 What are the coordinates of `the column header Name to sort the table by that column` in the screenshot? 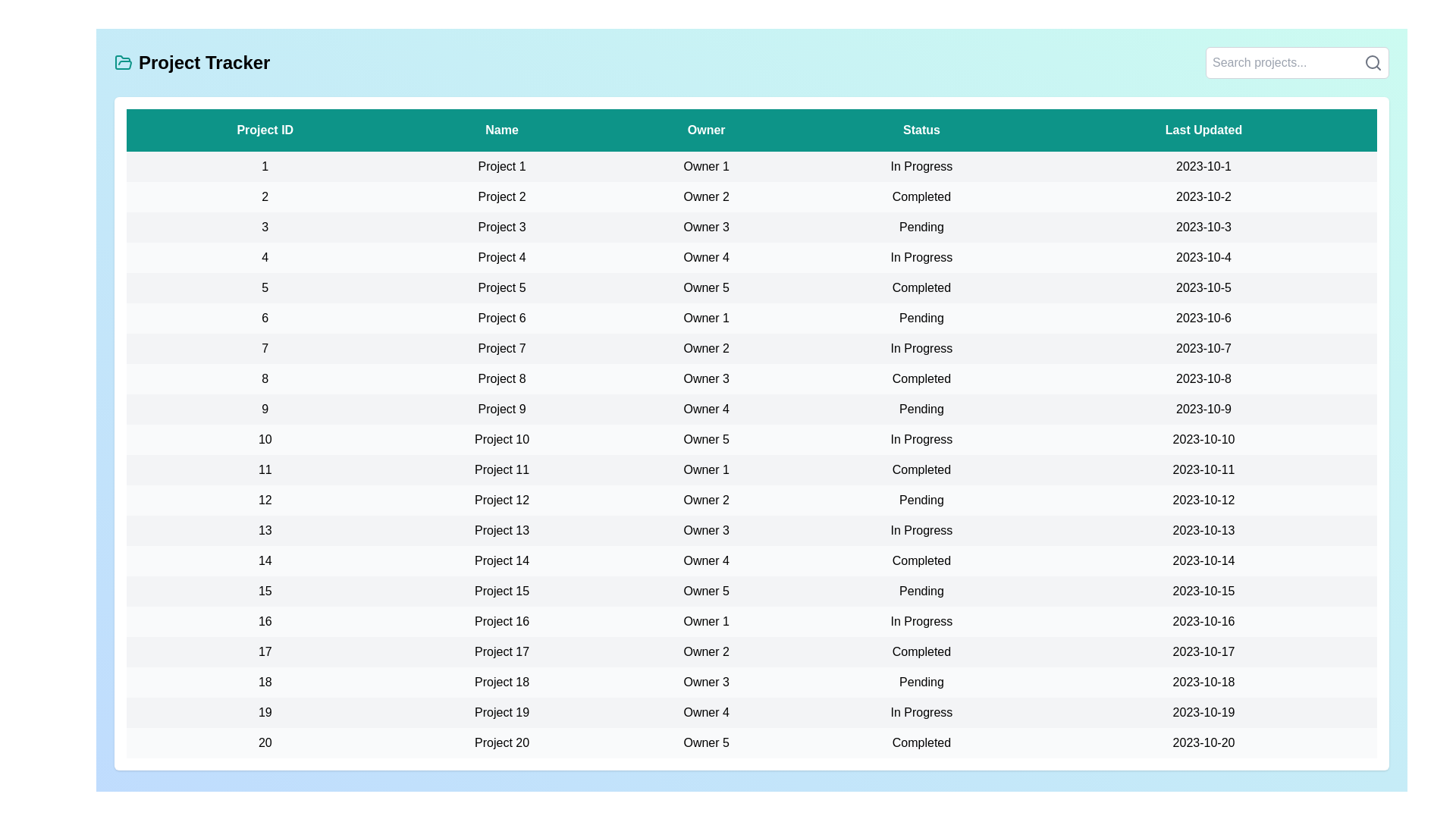 It's located at (502, 130).